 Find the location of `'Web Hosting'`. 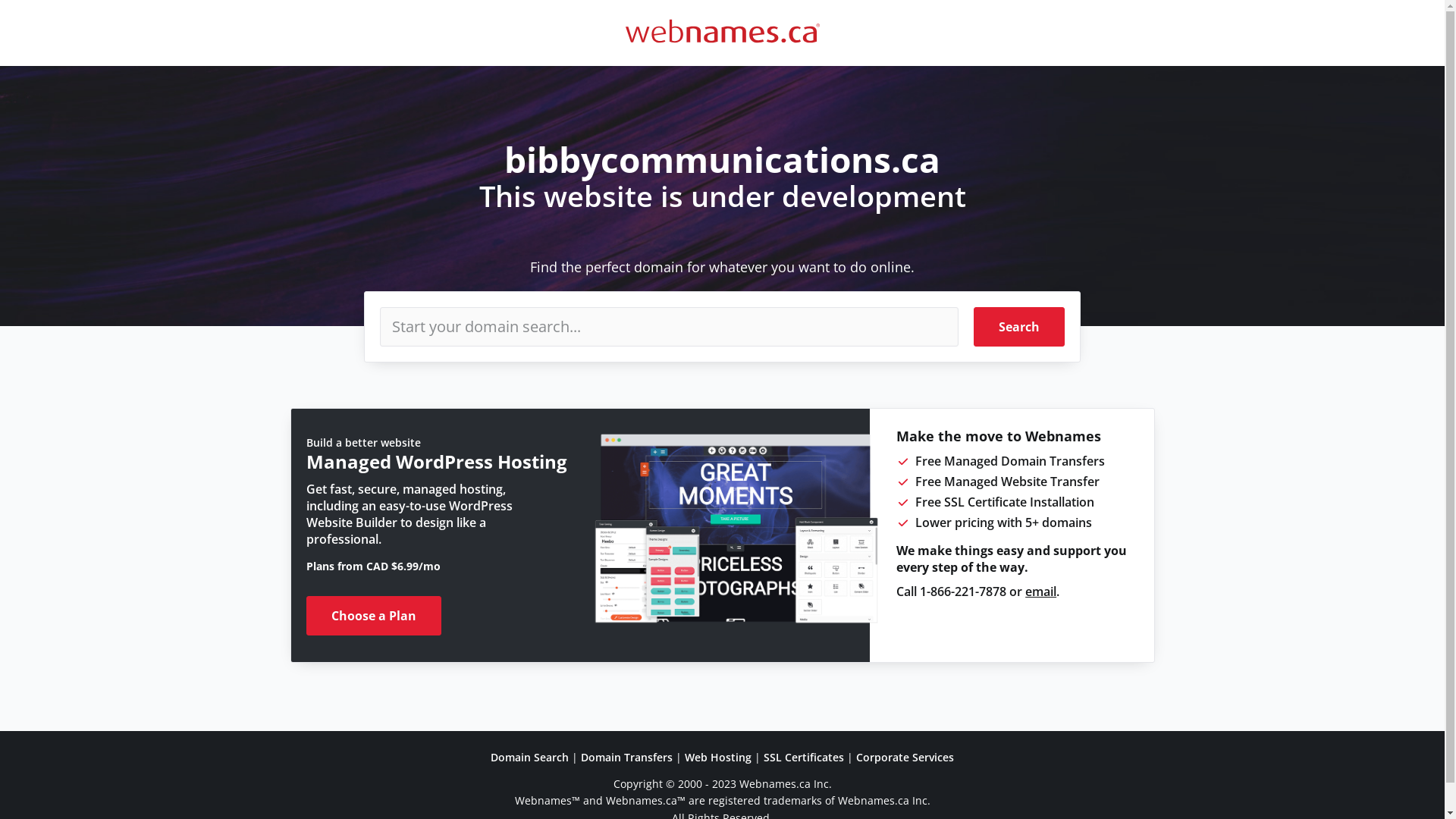

'Web Hosting' is located at coordinates (717, 757).